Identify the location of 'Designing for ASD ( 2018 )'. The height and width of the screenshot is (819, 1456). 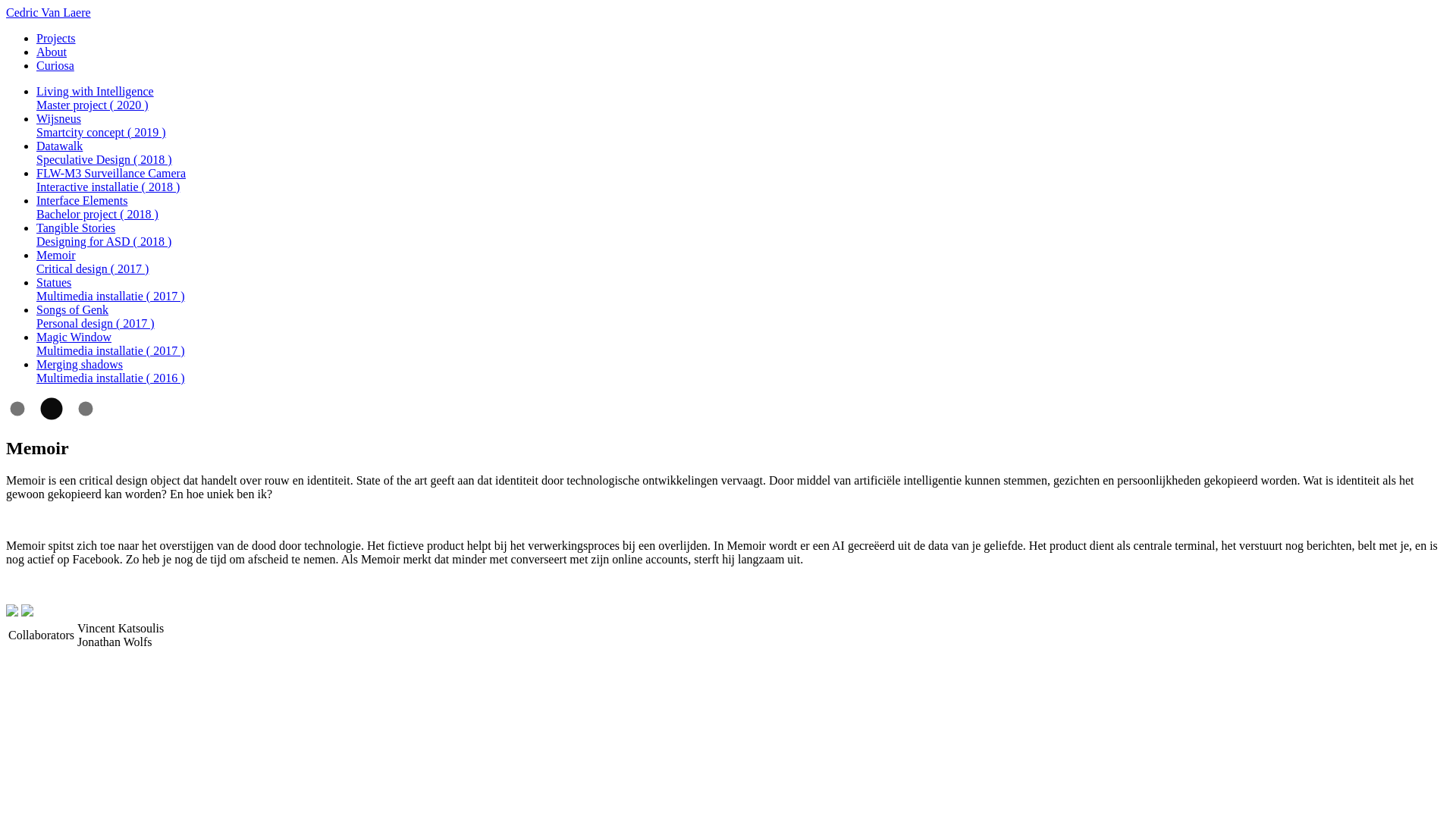
(103, 240).